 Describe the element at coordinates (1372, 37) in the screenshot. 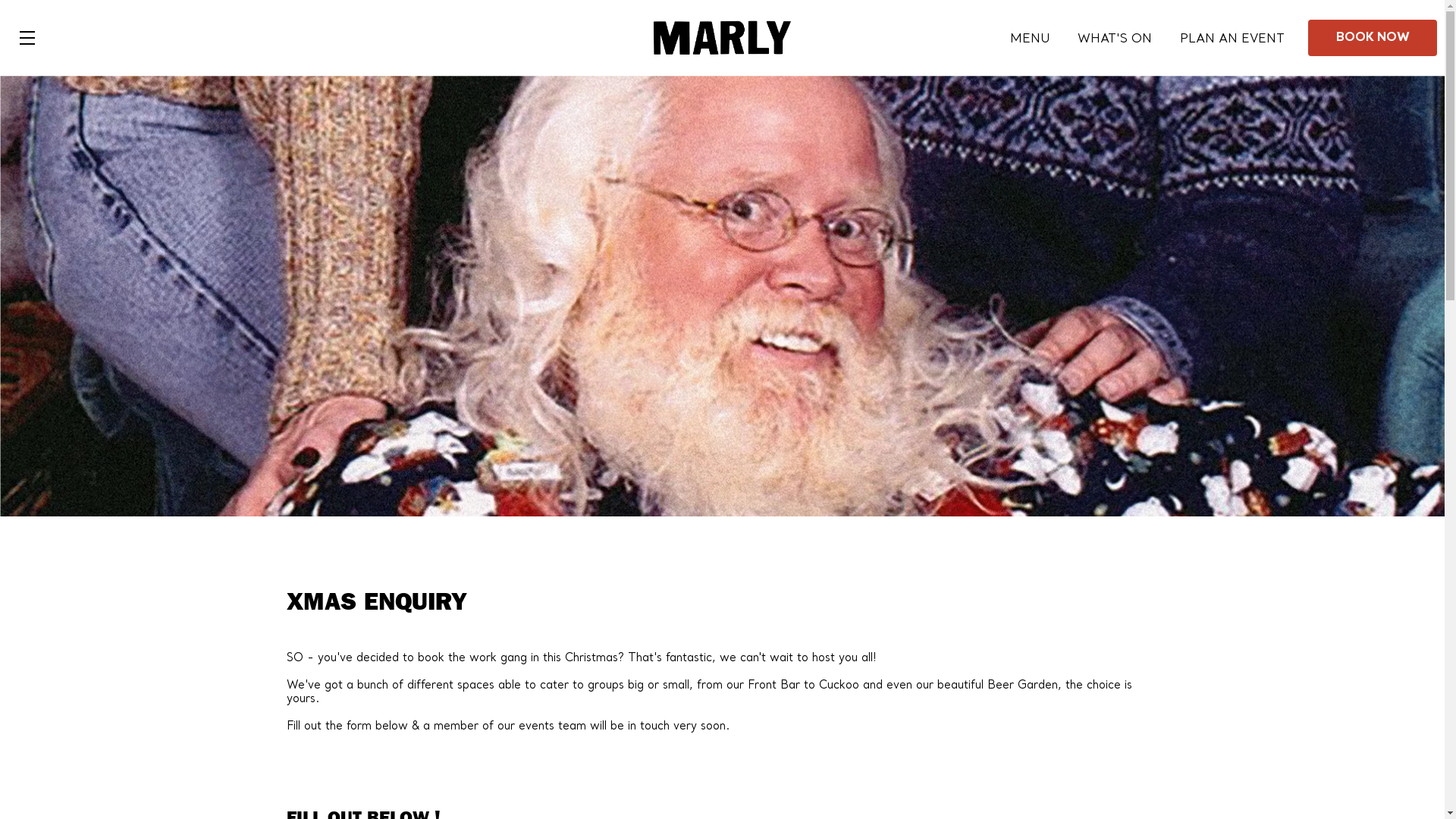

I see `'BOOK NOW'` at that location.